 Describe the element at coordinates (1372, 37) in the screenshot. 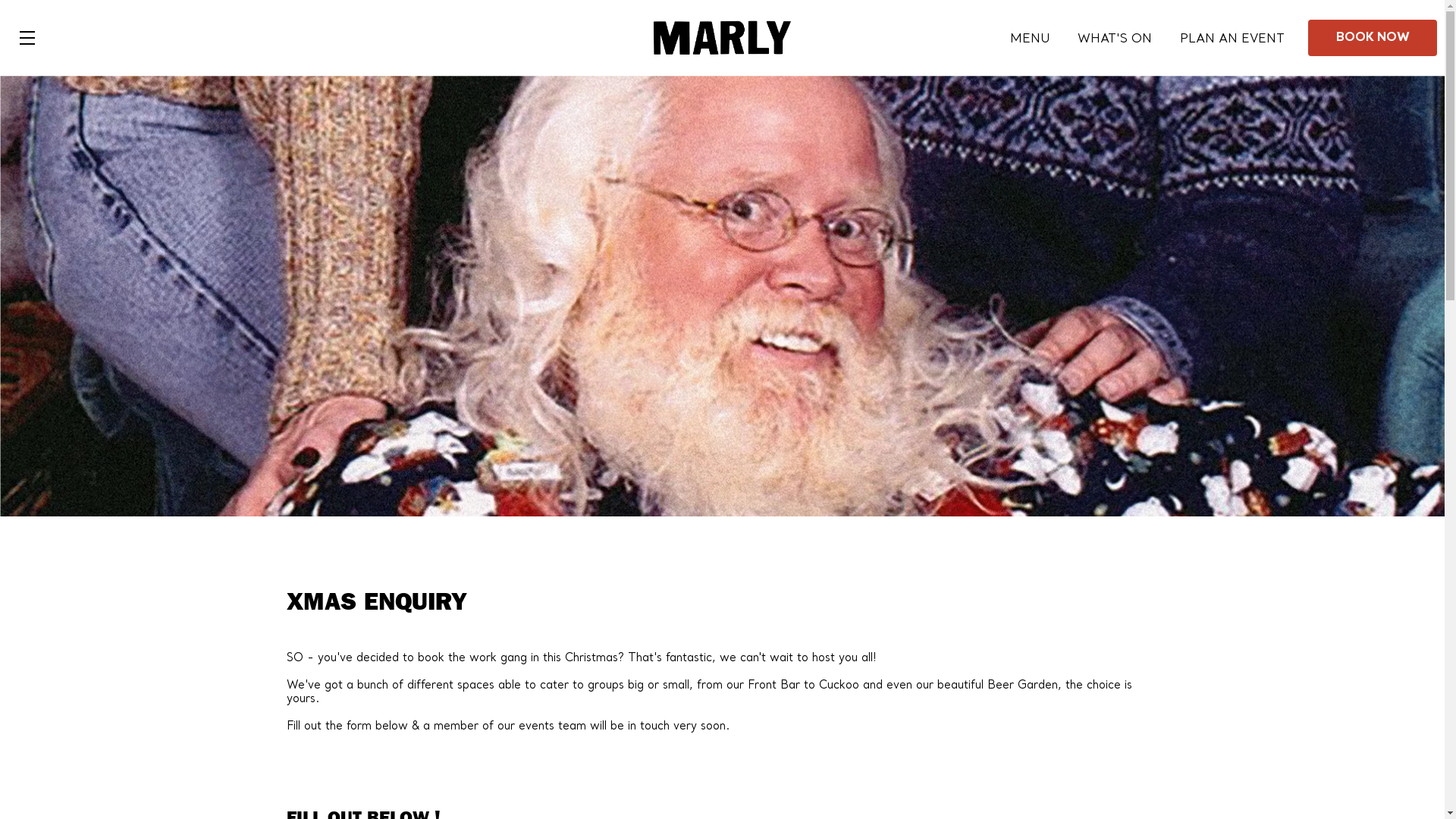

I see `'BOOK NOW'` at that location.